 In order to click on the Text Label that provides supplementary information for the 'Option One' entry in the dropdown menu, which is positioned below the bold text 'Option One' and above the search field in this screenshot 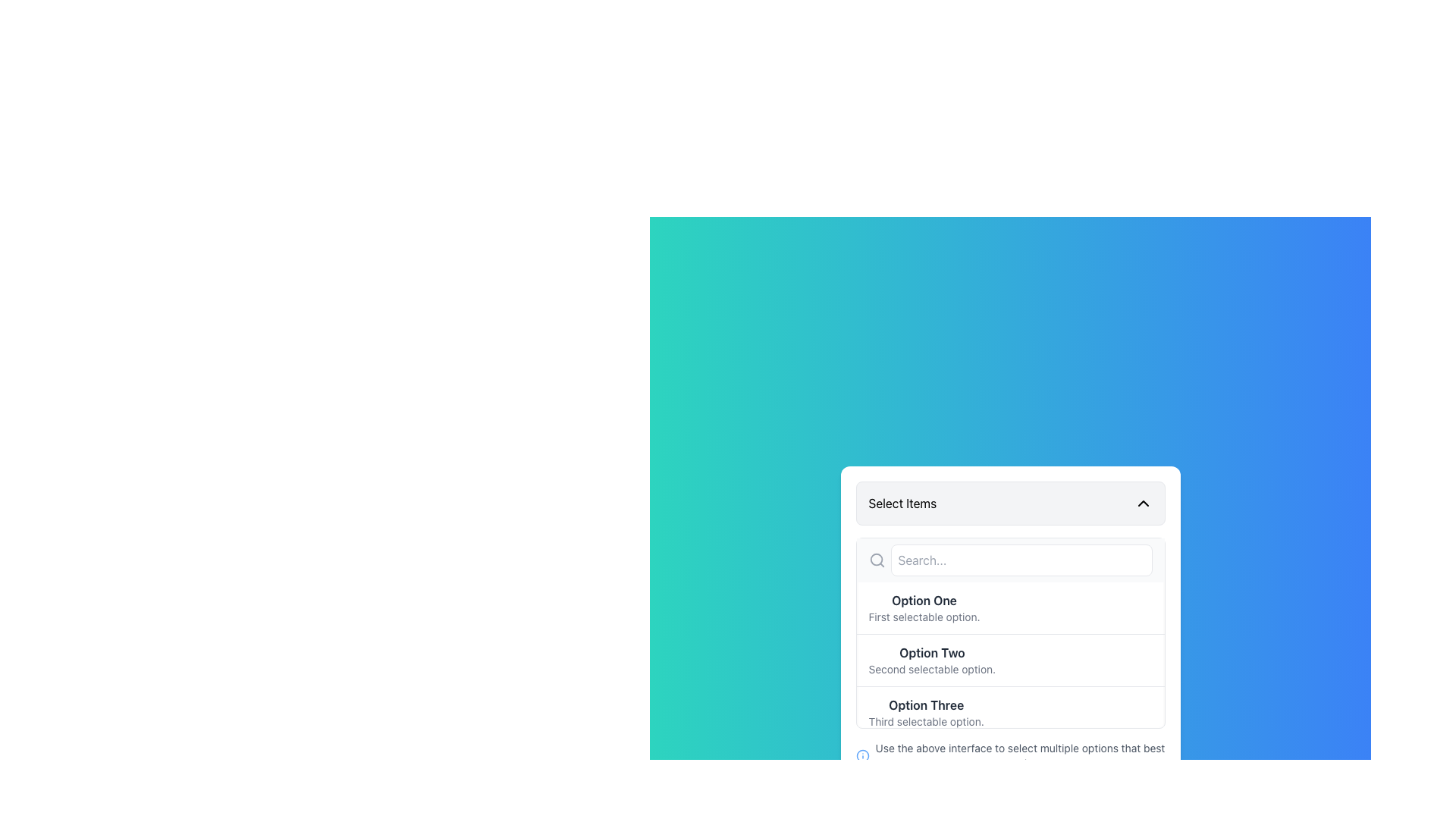, I will do `click(924, 617)`.